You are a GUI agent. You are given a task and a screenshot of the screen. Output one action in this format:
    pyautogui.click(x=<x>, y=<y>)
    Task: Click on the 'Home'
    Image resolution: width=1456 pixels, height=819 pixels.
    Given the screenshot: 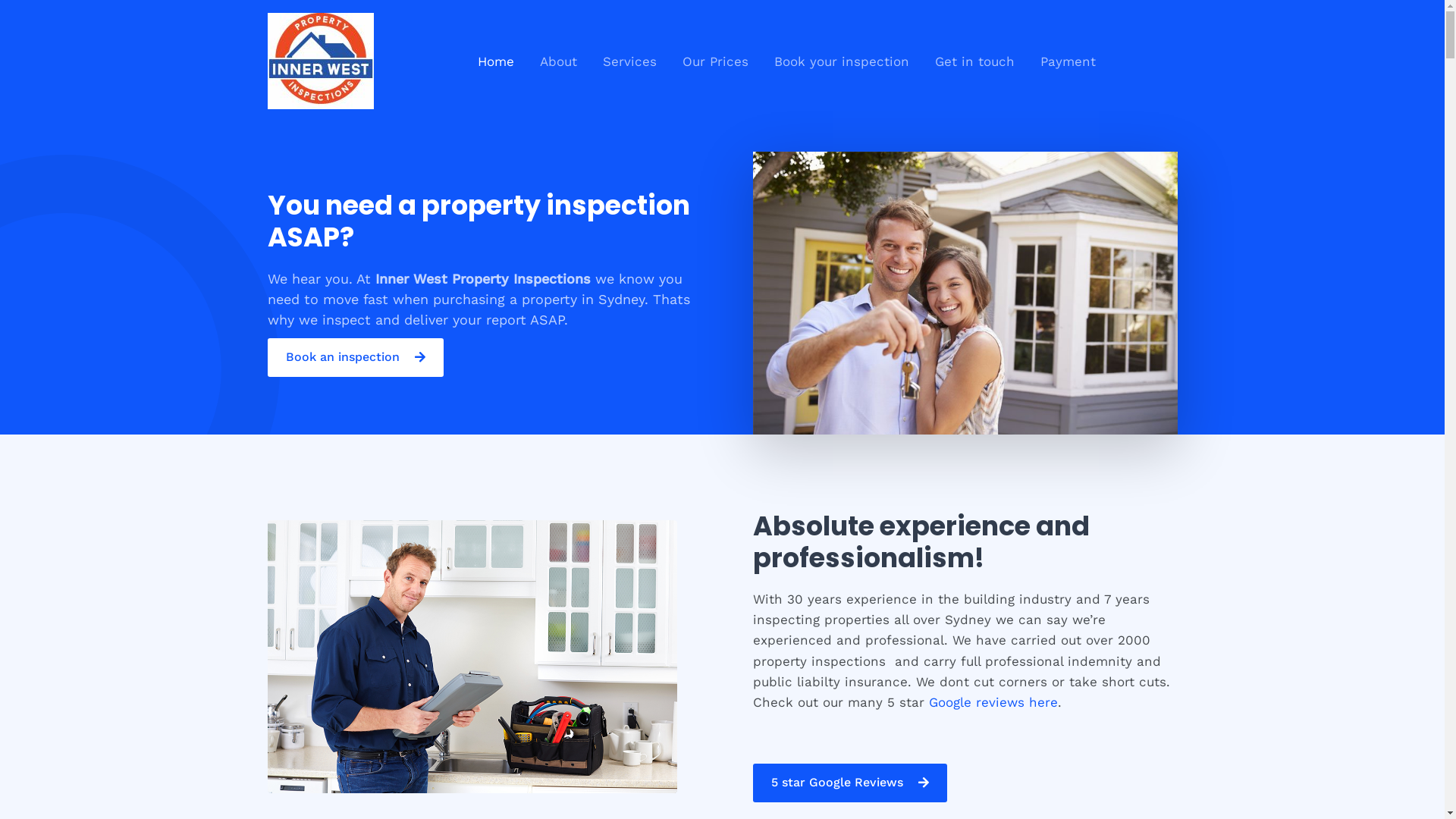 What is the action you would take?
    pyautogui.click(x=463, y=61)
    